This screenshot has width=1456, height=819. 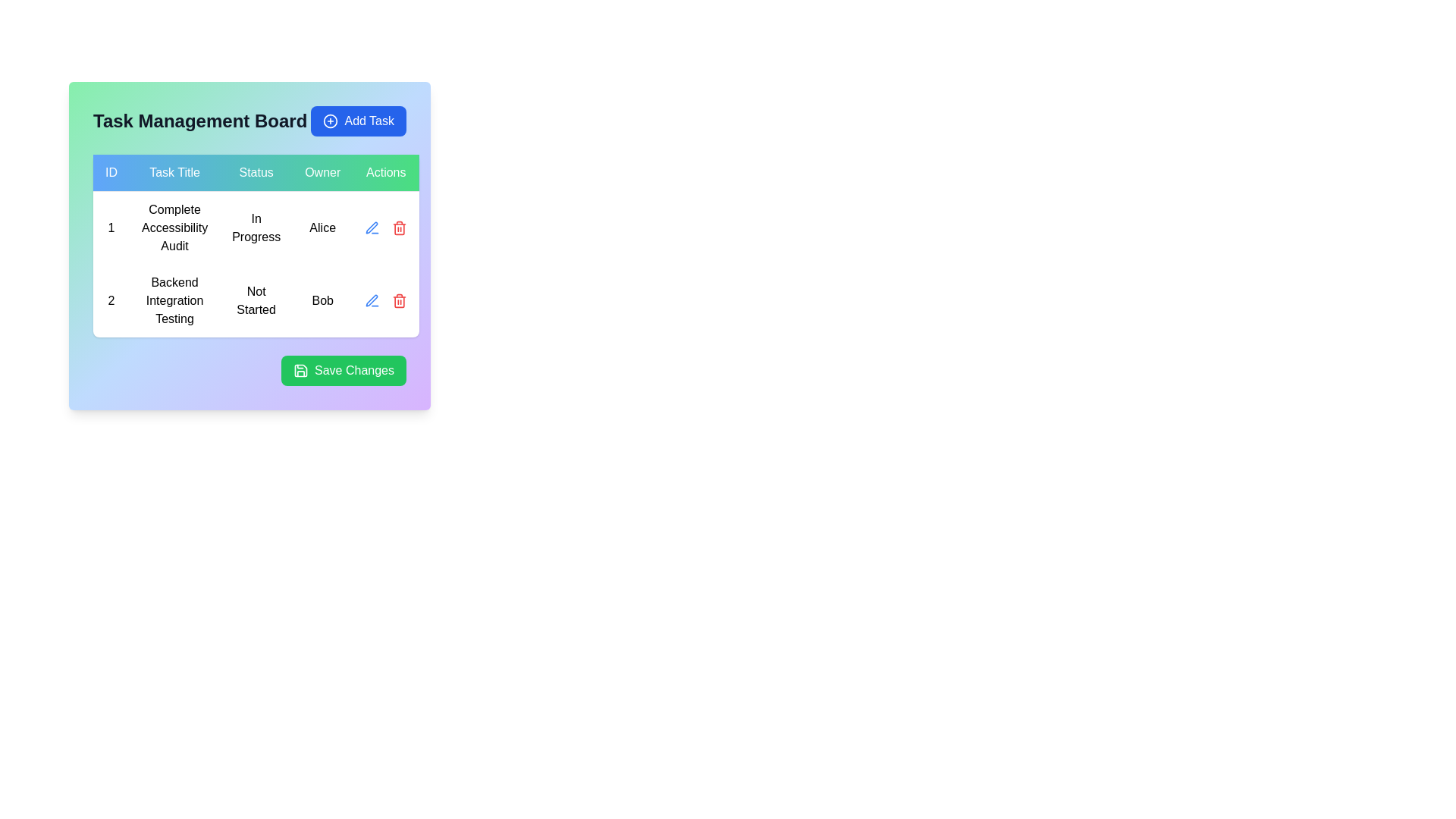 What do you see at coordinates (322, 227) in the screenshot?
I see `the text label indicating the owner of the task 'Complete Accessibility Audit' in the fourth cell of the first row under the 'Owner' column` at bounding box center [322, 227].